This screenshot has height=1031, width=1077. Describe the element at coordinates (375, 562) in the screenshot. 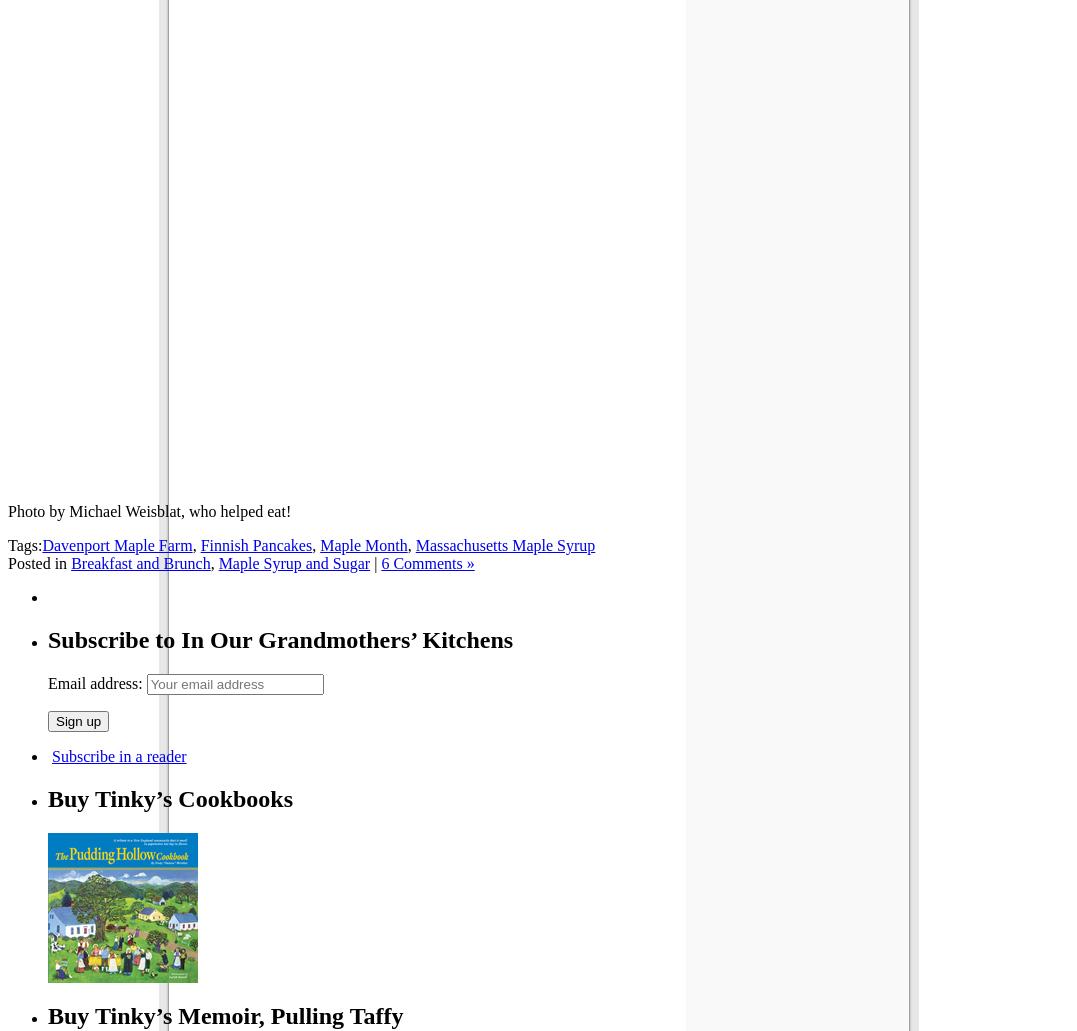

I see `'|'` at that location.